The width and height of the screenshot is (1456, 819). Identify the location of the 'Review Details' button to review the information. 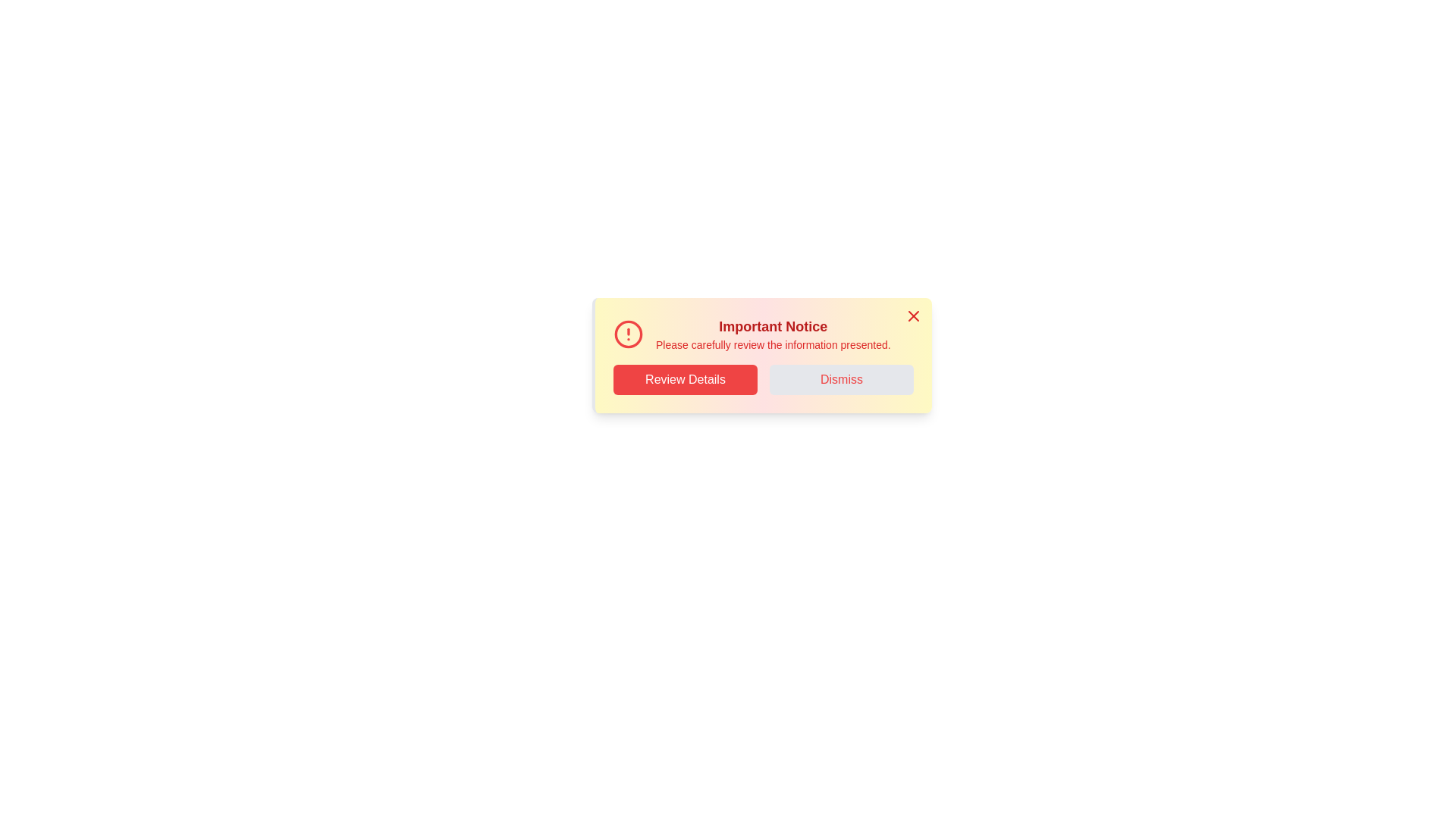
(684, 379).